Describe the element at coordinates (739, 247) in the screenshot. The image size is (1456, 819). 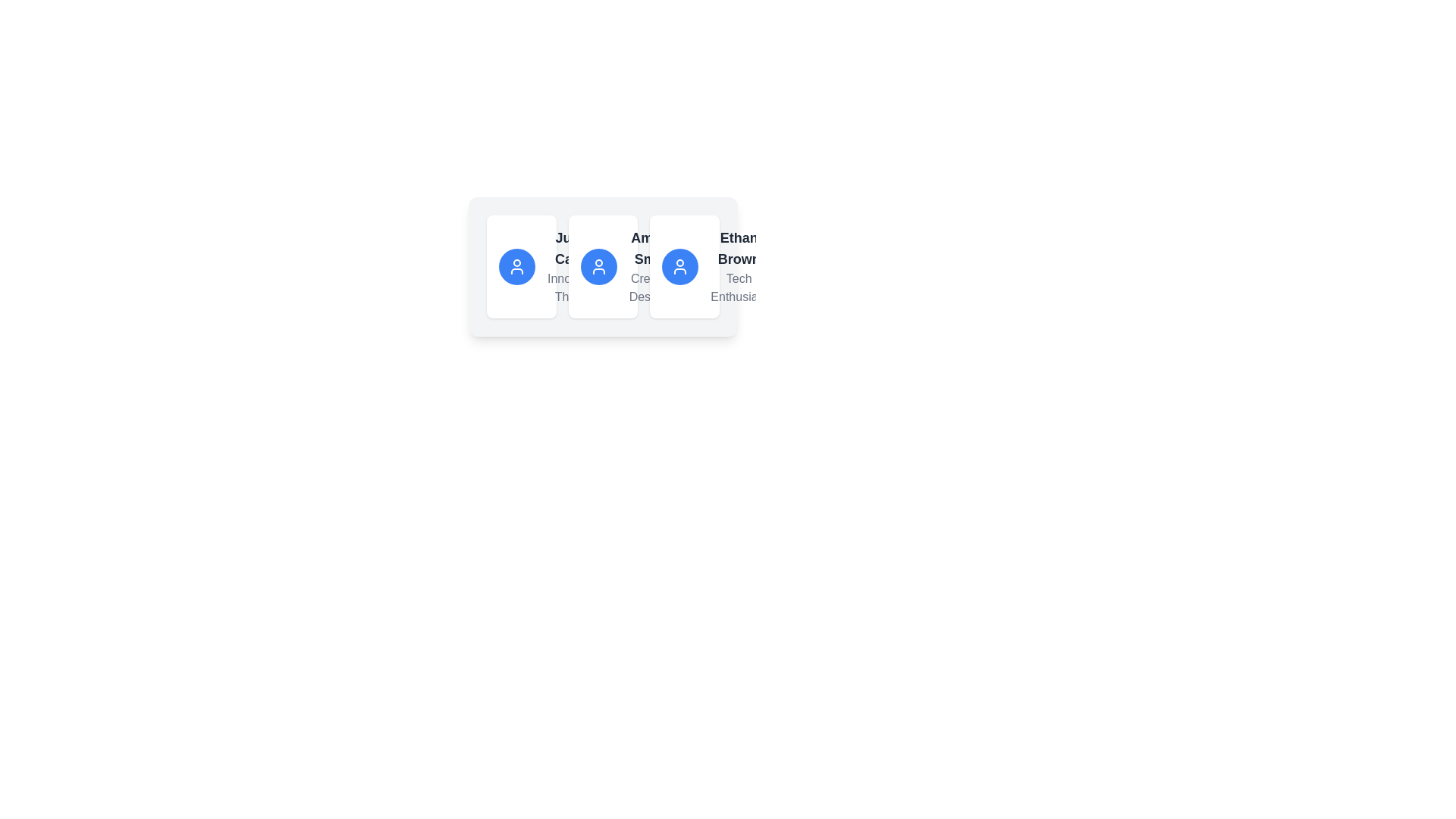
I see `the text label displaying 'Ethan Brown', which is bold and dark gray, and is positioned above 'Tech Enthusiast'` at that location.